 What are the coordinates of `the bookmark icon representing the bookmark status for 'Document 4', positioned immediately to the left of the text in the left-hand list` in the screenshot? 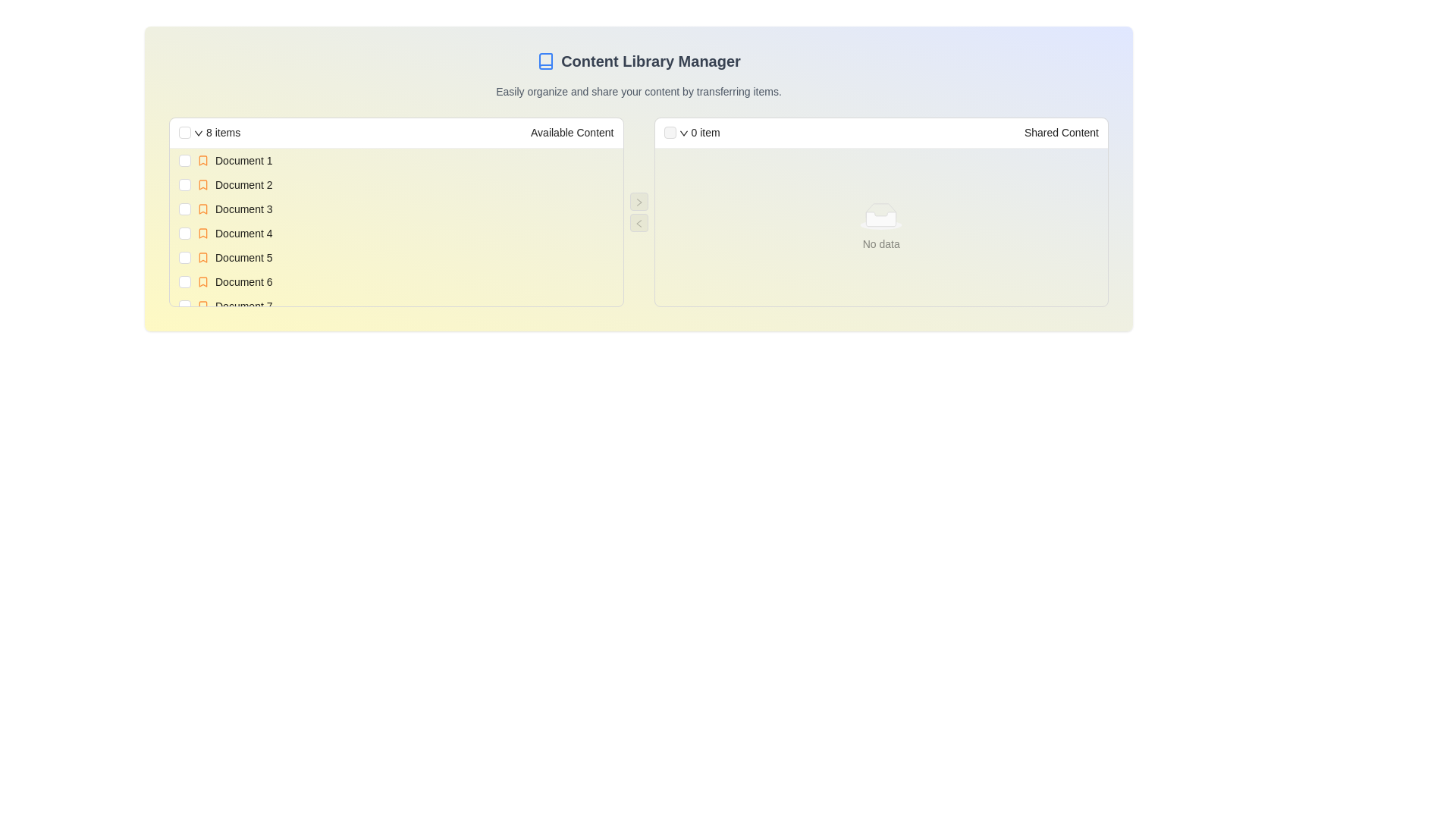 It's located at (202, 234).